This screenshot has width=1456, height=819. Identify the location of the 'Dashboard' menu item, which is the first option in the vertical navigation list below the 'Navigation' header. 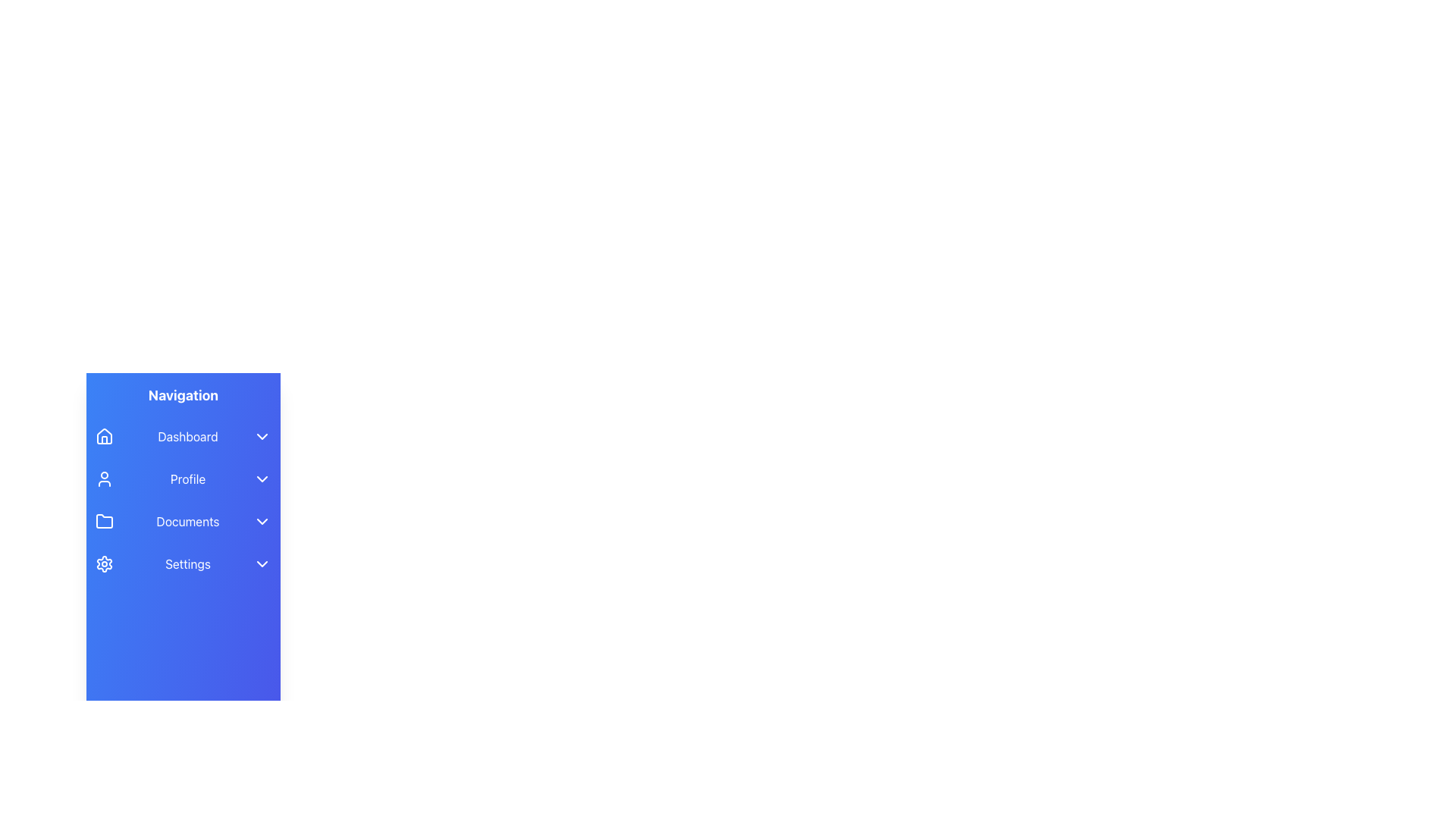
(182, 436).